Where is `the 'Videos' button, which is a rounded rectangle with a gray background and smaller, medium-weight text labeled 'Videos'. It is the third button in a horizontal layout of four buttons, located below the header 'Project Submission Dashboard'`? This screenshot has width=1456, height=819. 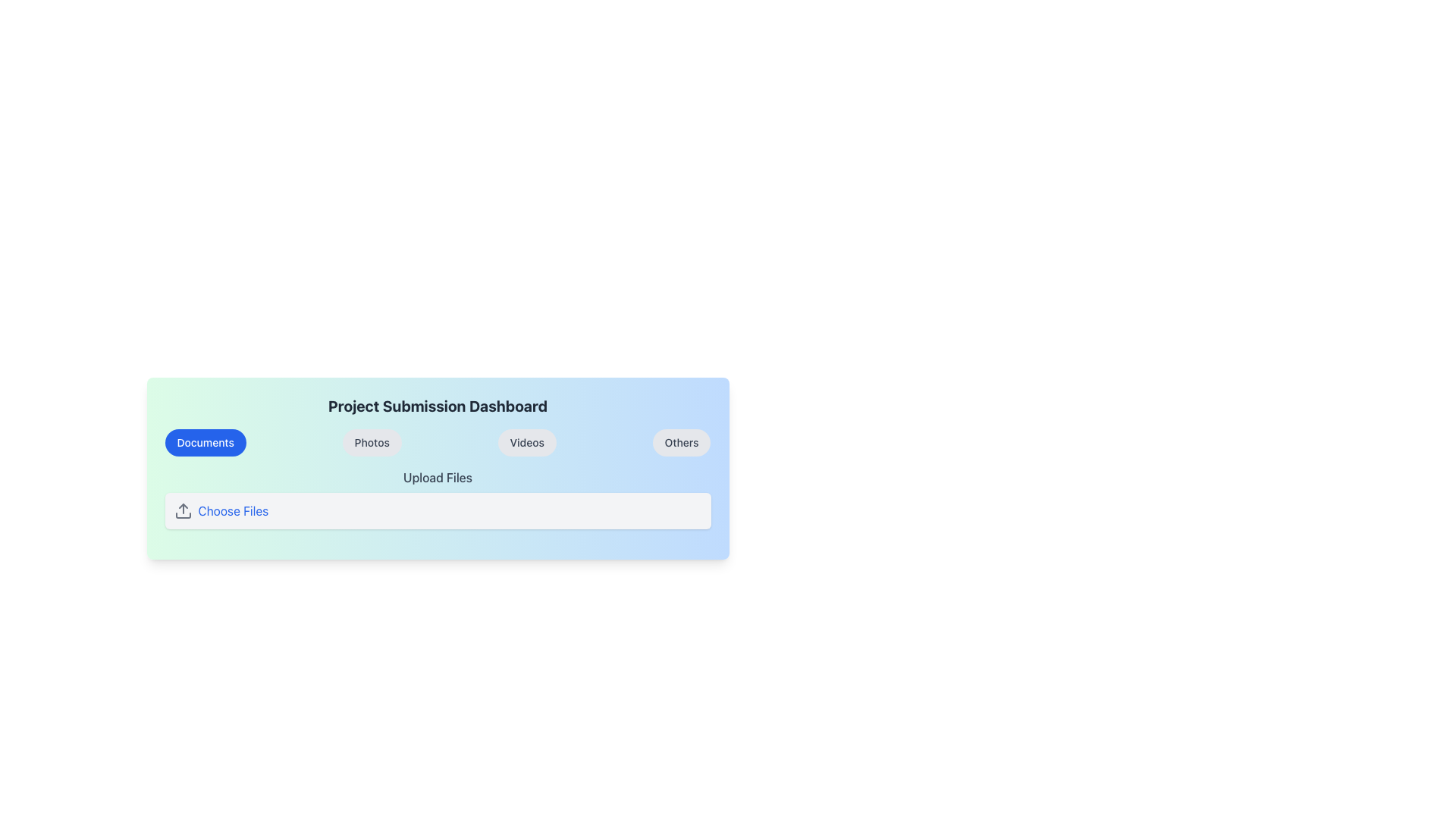 the 'Videos' button, which is a rounded rectangle with a gray background and smaller, medium-weight text labeled 'Videos'. It is the third button in a horizontal layout of four buttons, located below the header 'Project Submission Dashboard' is located at coordinates (527, 442).